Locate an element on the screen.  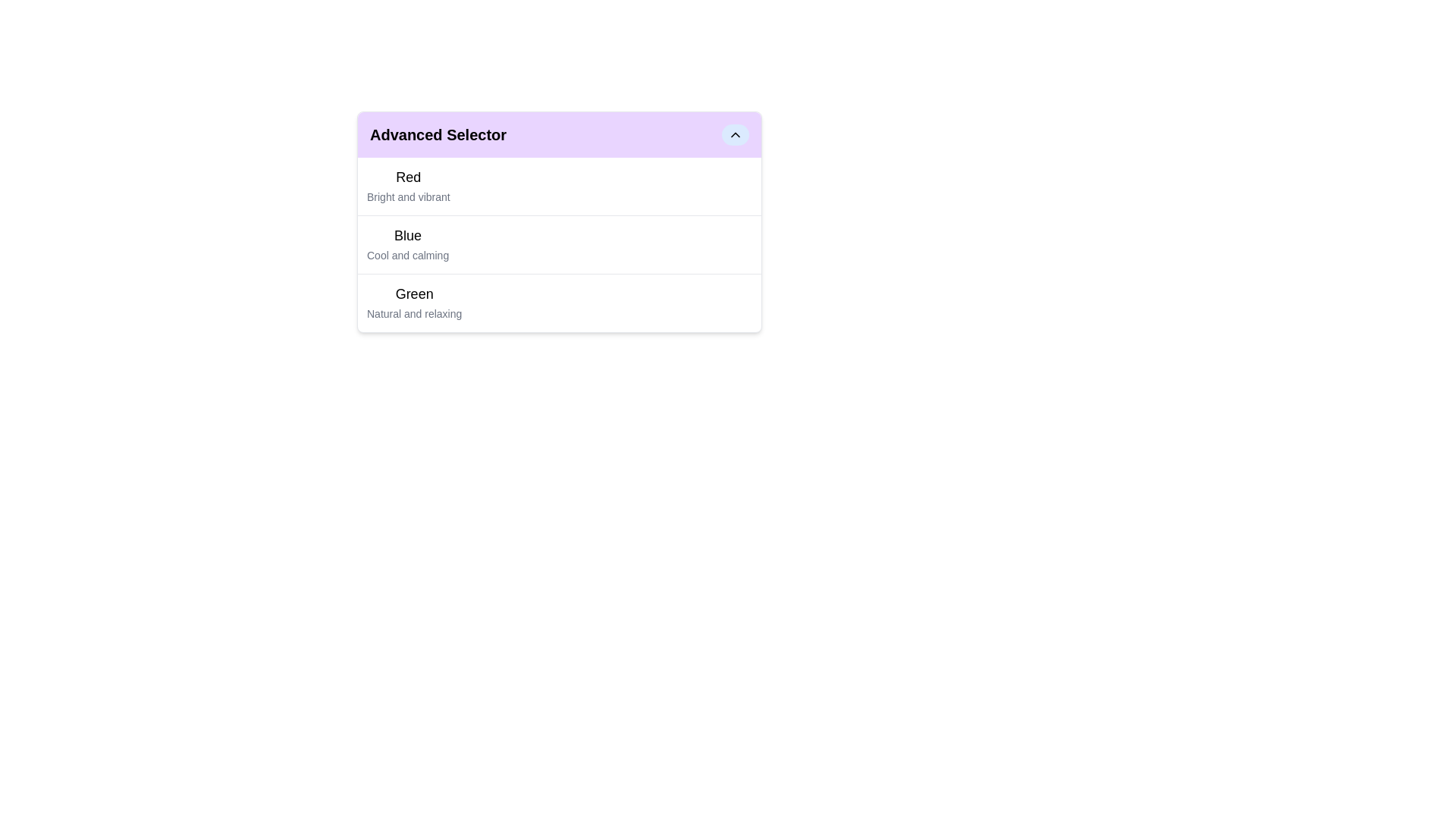
the informational text label located below the 'Green' title in the Advanced Selector component is located at coordinates (414, 312).